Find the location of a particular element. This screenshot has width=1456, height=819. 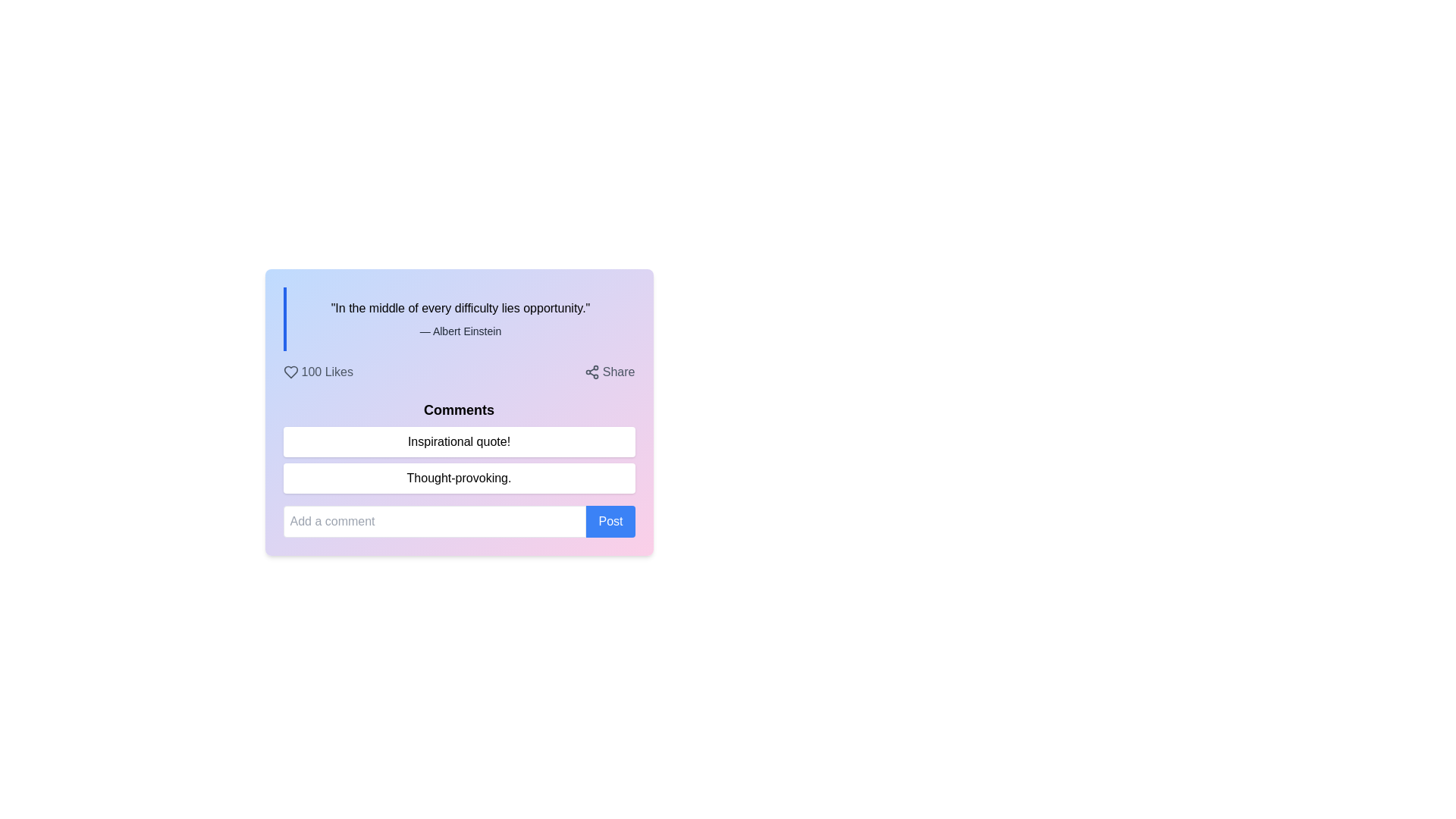

the '100 Likes' interactive text with a heart-shaped icon to change its color to red is located at coordinates (317, 372).